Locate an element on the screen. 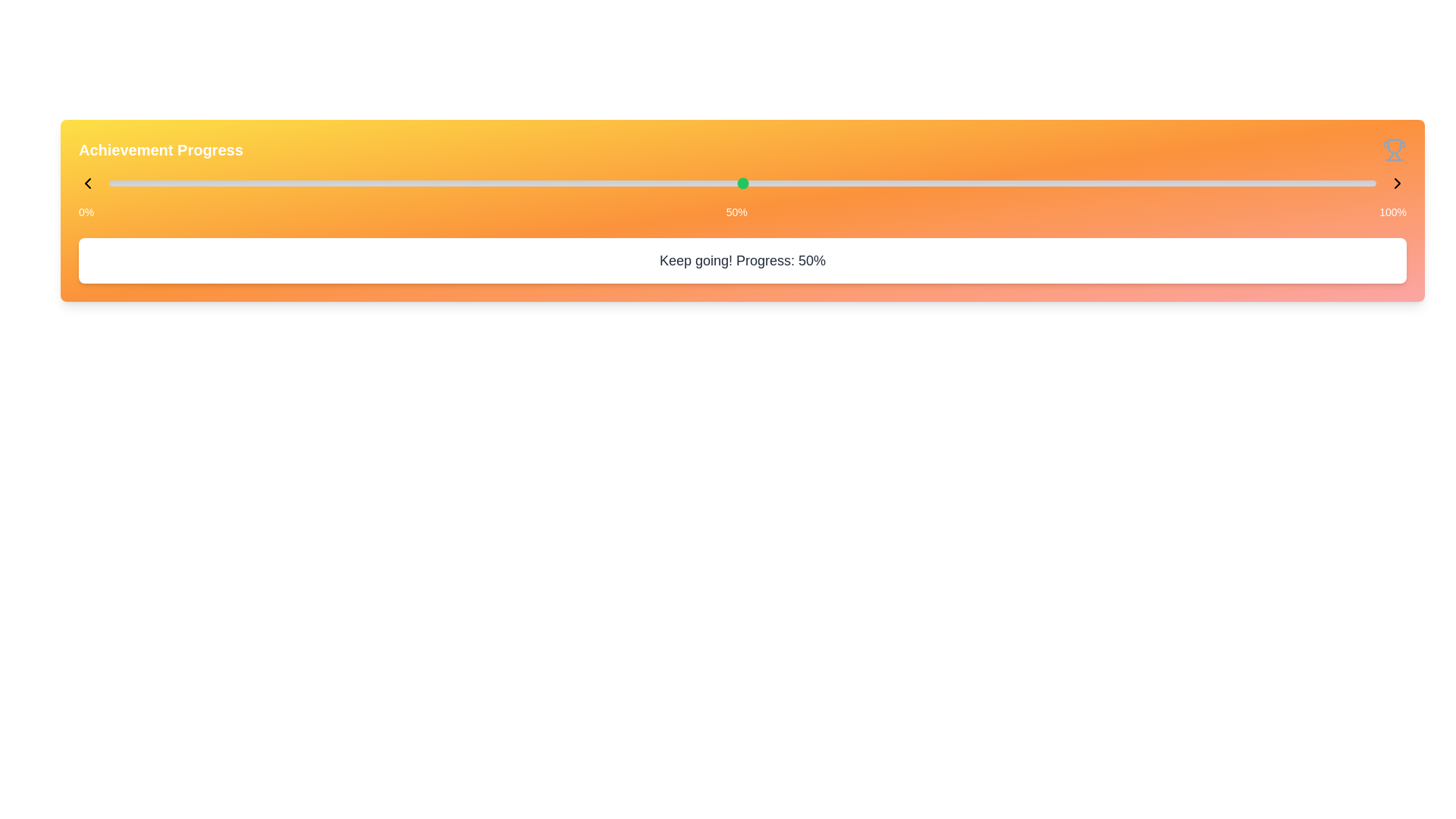  the progress is located at coordinates (1363, 180).